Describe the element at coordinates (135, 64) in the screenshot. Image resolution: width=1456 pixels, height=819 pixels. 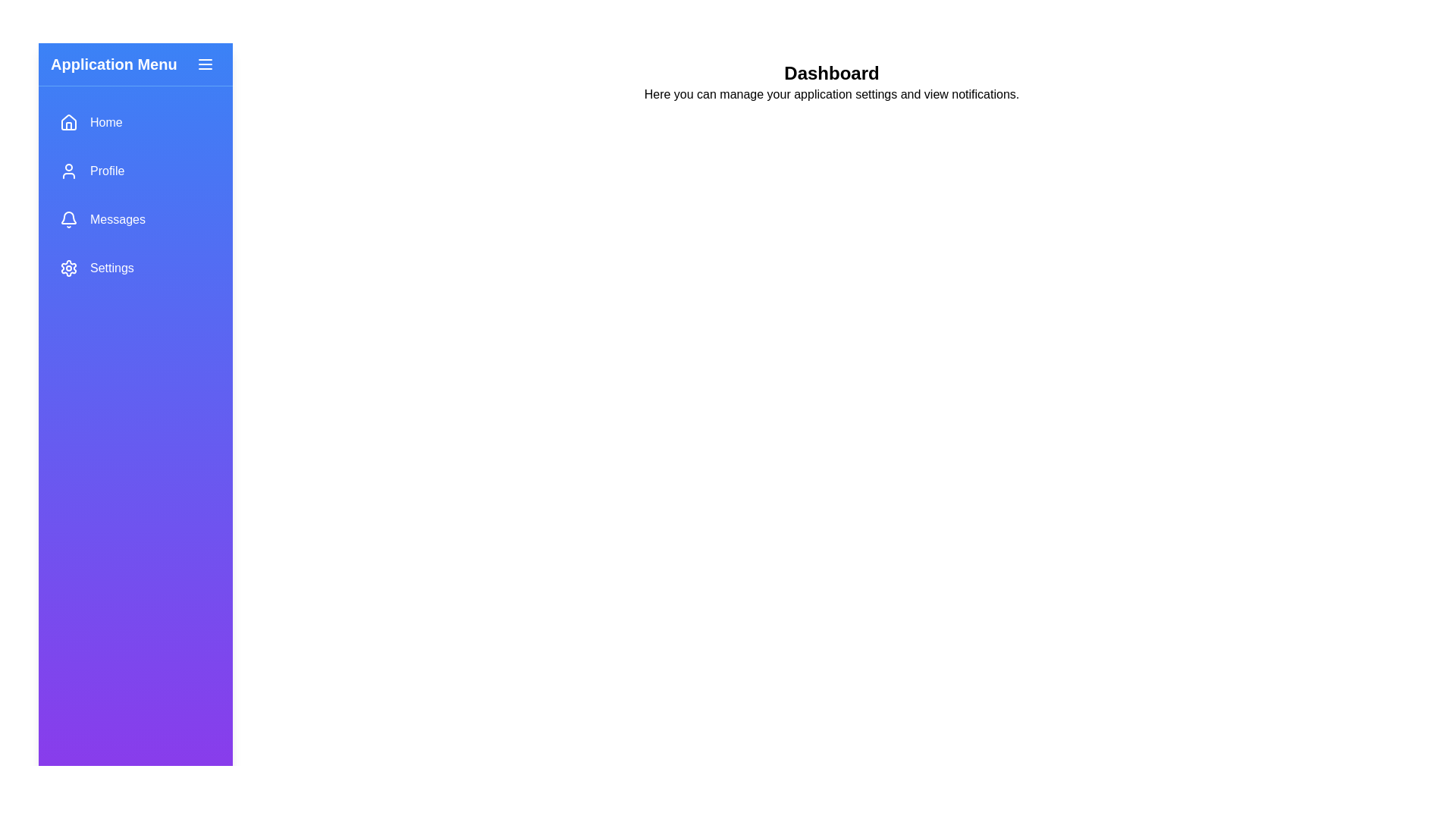
I see `the 'Application Menu' header element, which features bold white text on a gradient blue background` at that location.